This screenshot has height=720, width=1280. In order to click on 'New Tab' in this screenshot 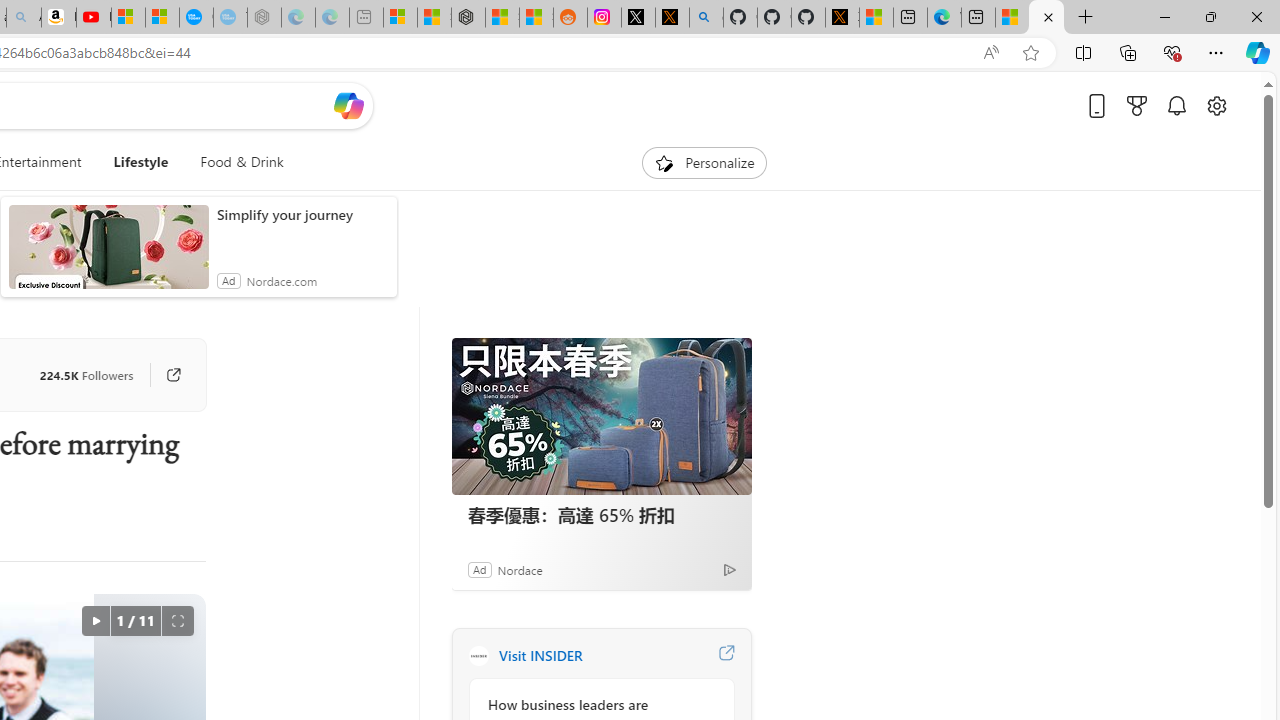, I will do `click(1085, 17)`.